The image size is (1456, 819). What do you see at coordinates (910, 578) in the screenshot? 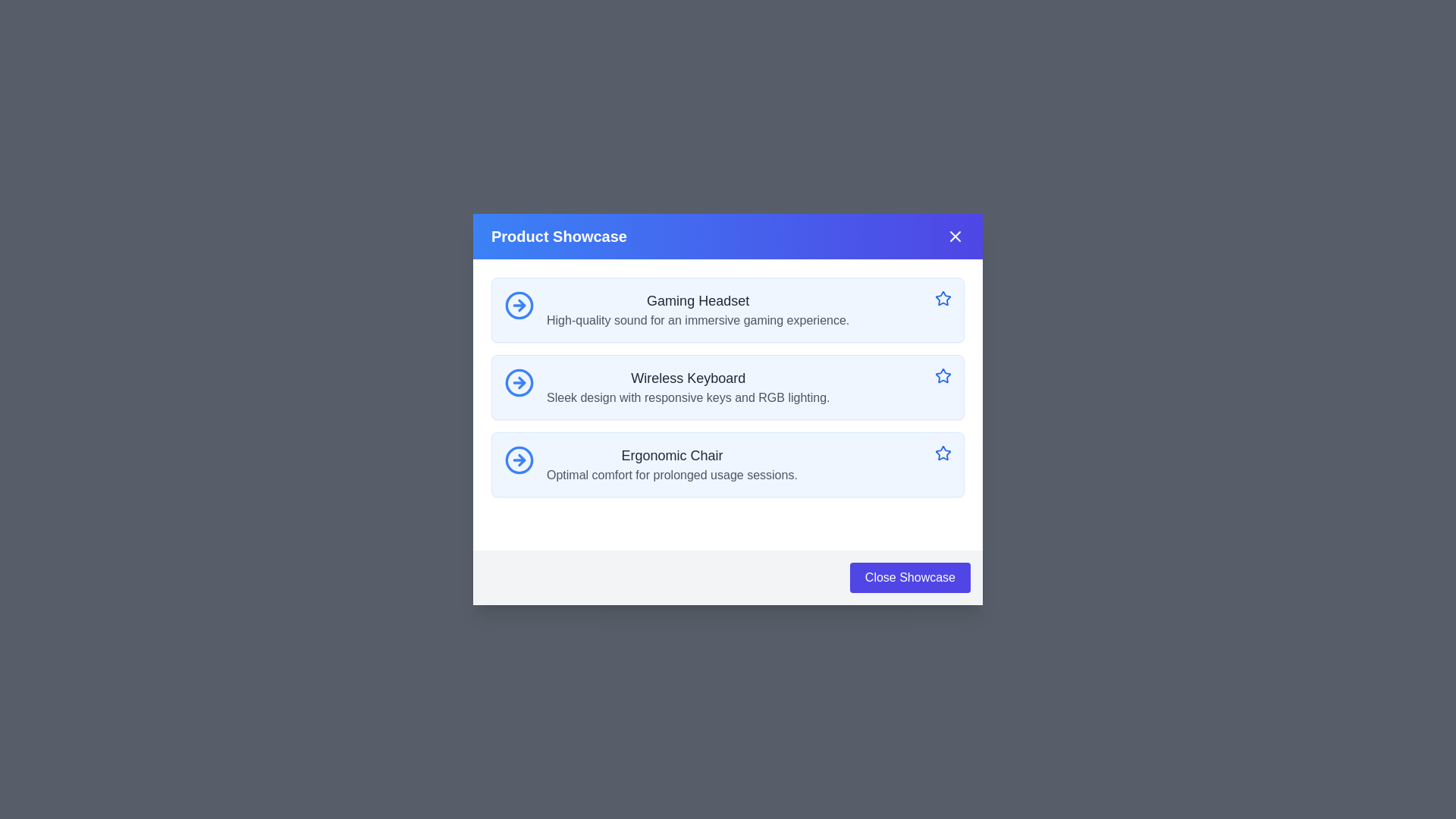
I see `the close button located at the bottom-right corner of the modal popup` at bounding box center [910, 578].